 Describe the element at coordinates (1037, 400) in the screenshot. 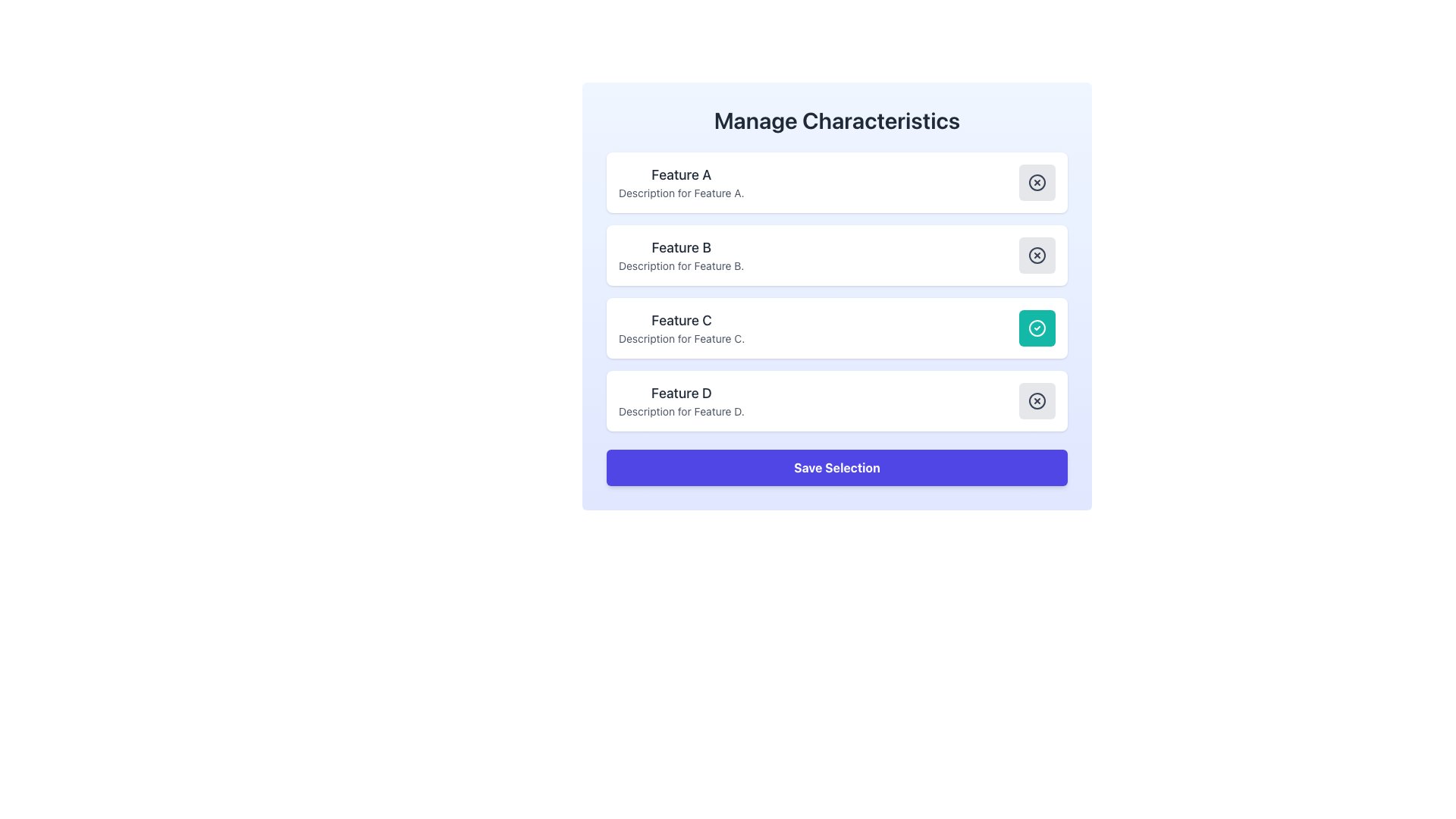

I see `the graphical icon with a dark gray 'X' mark inside a circular outline, located to the far-right side of the 'Feature D' section` at that location.